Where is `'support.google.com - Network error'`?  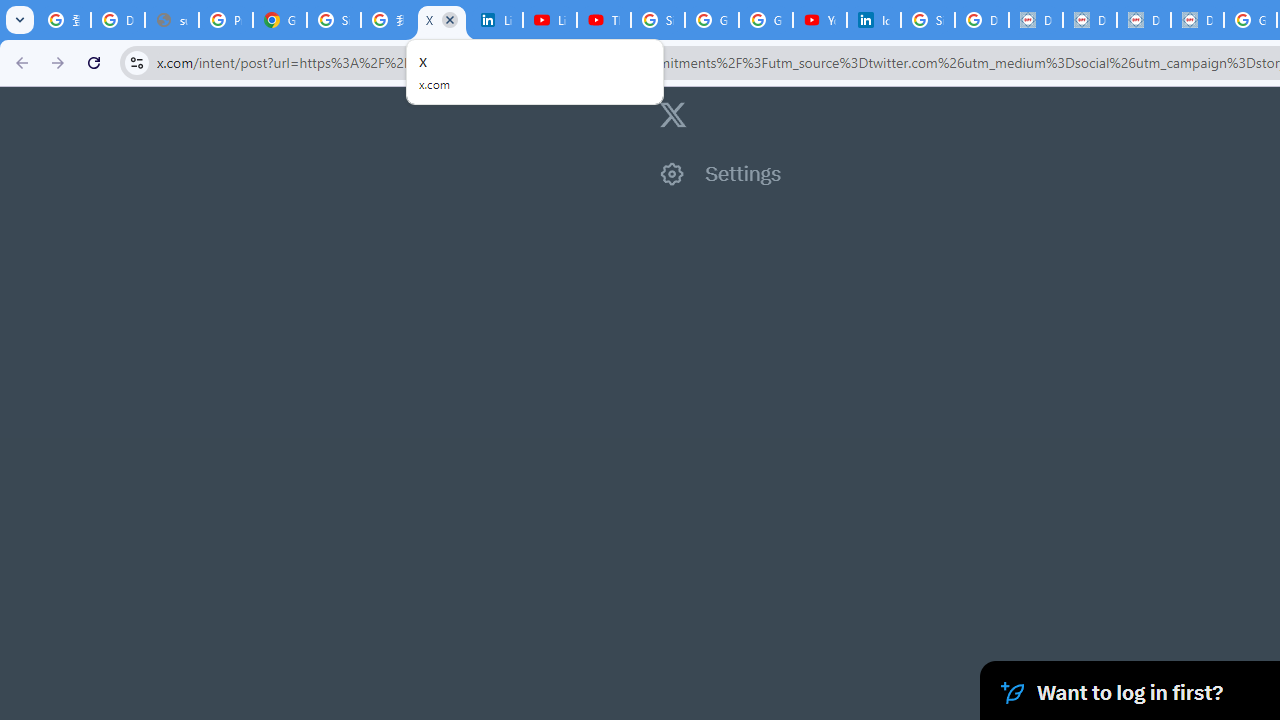 'support.google.com - Network error' is located at coordinates (171, 20).